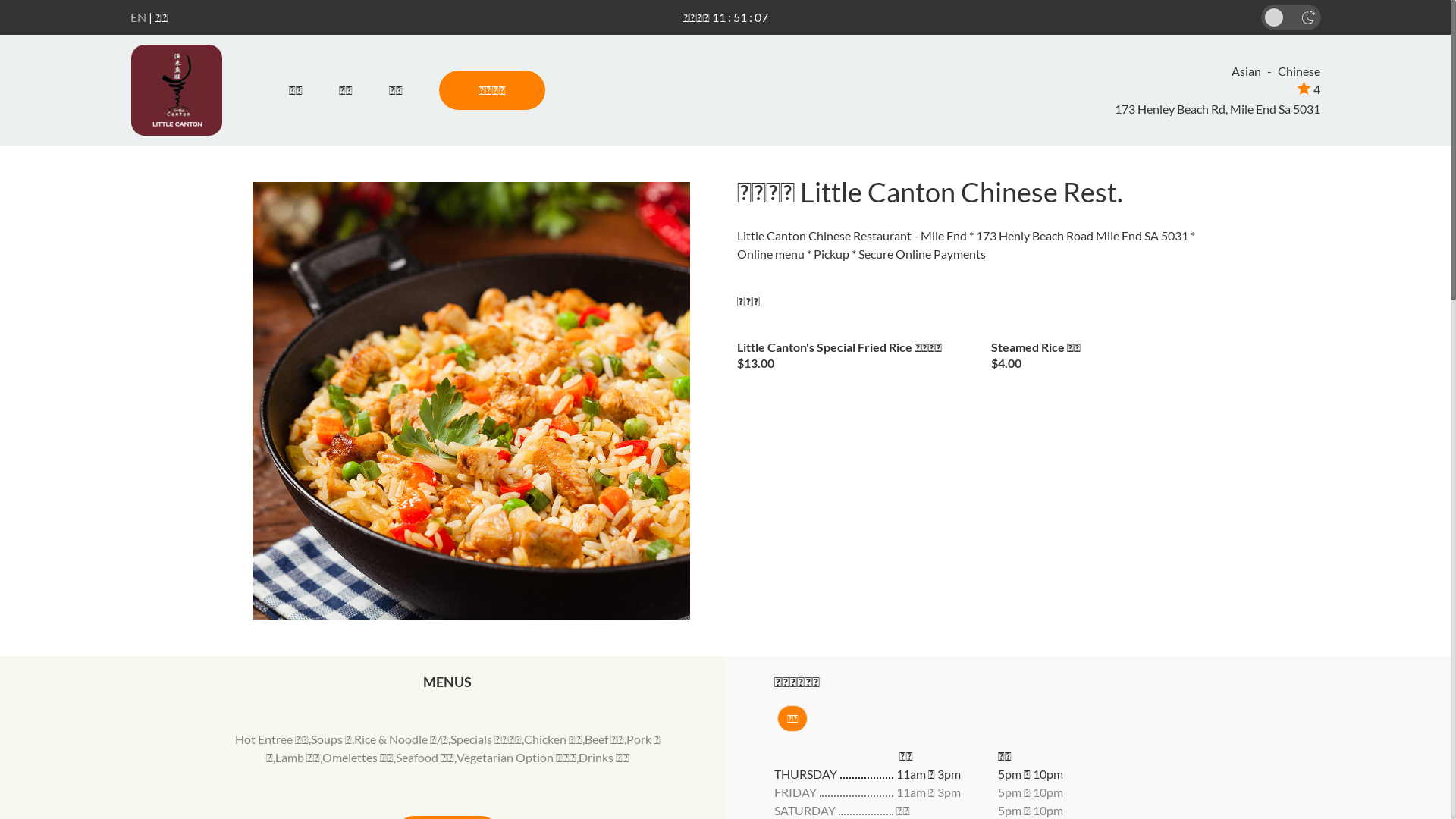  I want to click on 'EN', so click(138, 17).